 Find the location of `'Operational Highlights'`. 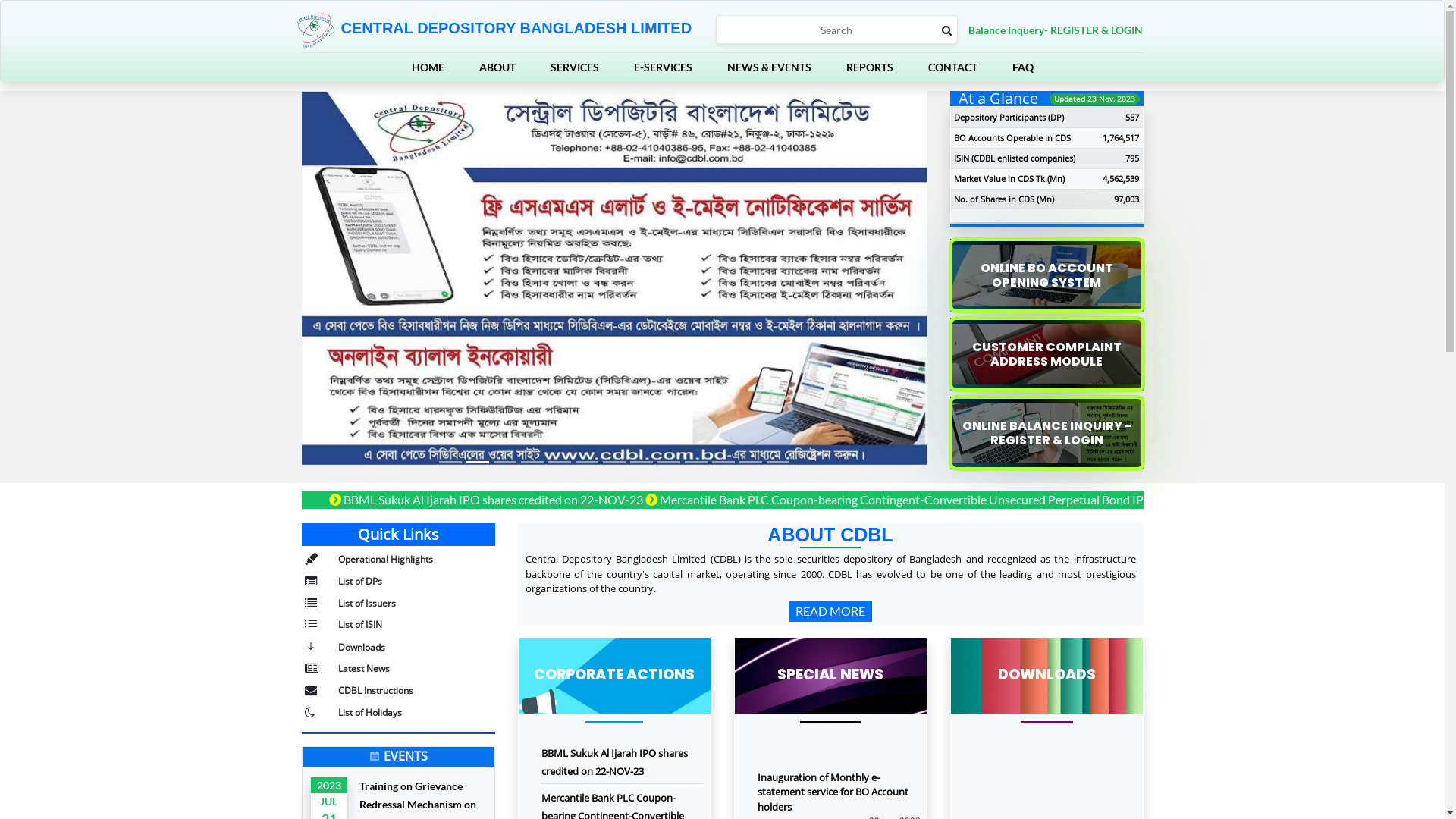

'Operational Highlights' is located at coordinates (337, 559).